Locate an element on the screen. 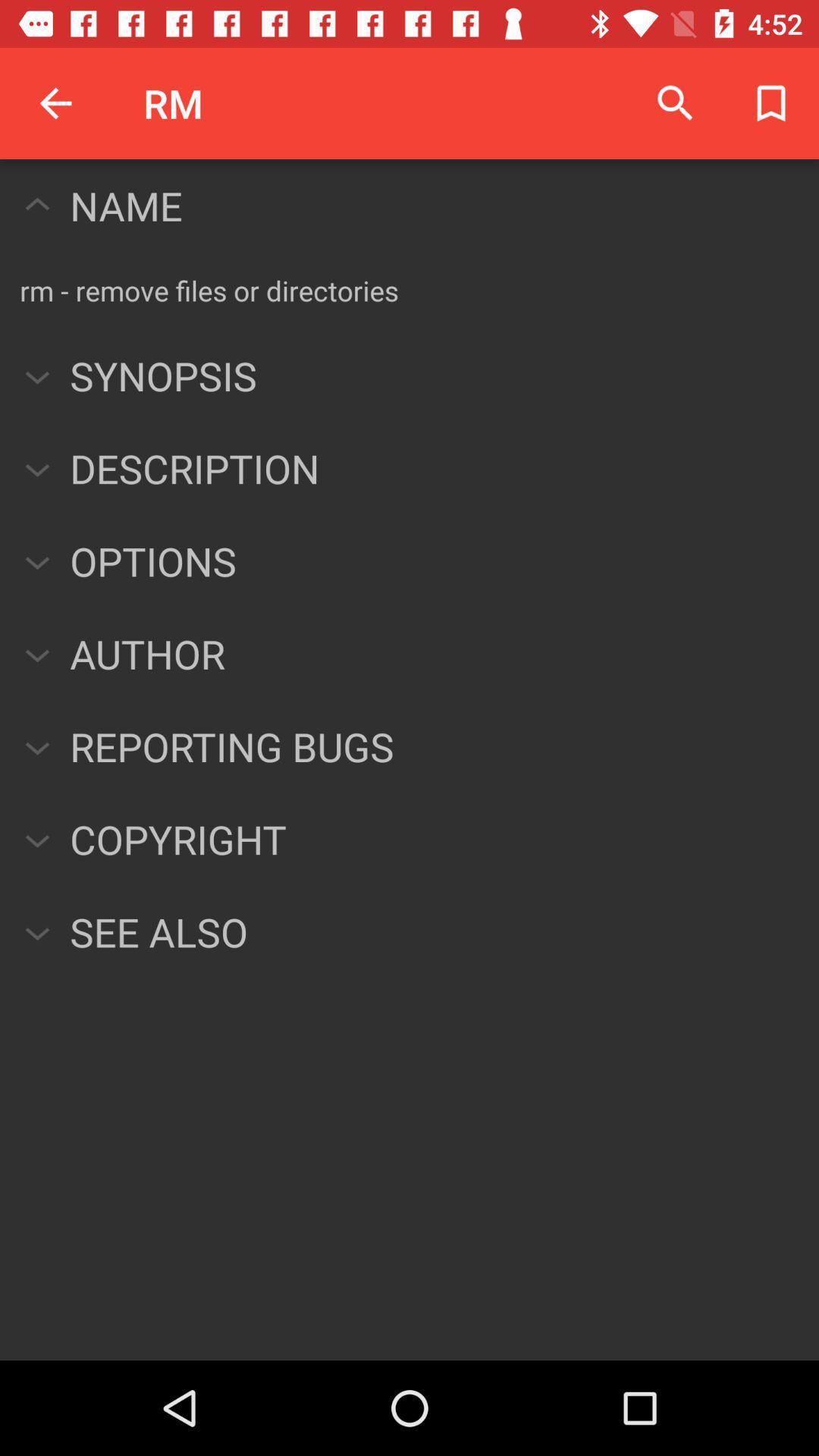  item next to the rm item is located at coordinates (55, 102).